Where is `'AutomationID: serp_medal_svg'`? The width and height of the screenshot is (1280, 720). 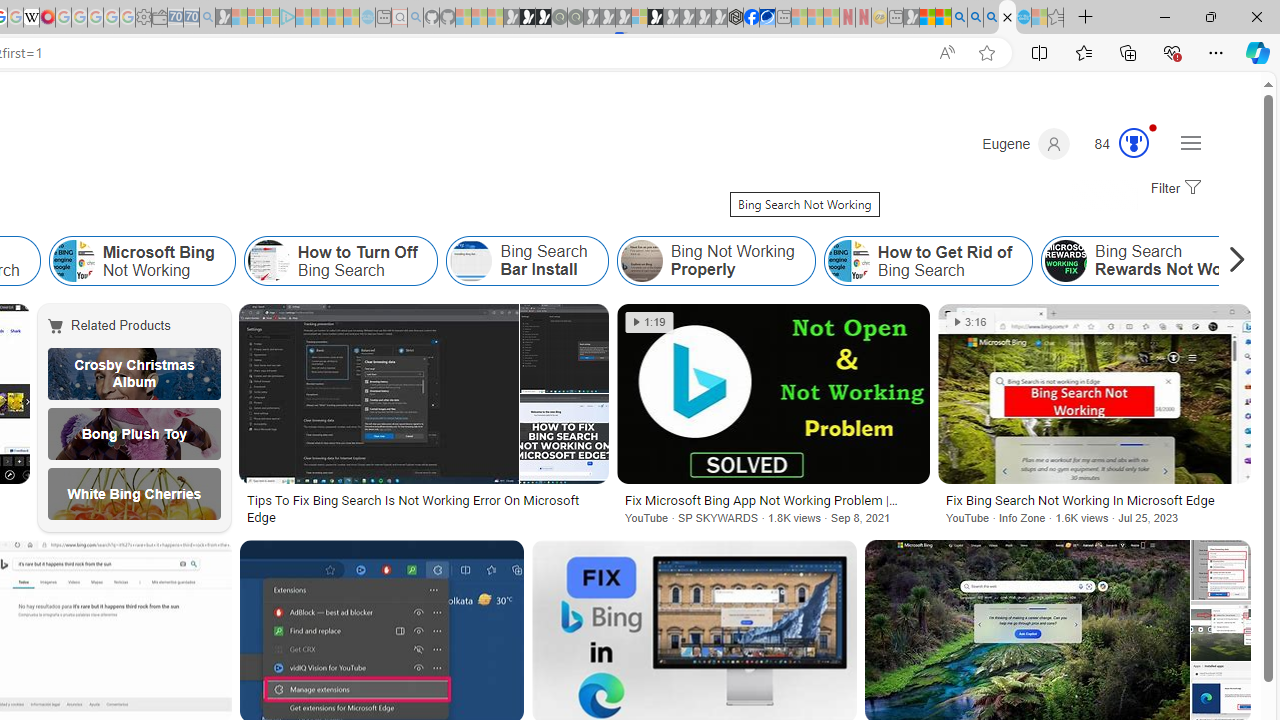
'AutomationID: serp_medal_svg' is located at coordinates (1133, 141).